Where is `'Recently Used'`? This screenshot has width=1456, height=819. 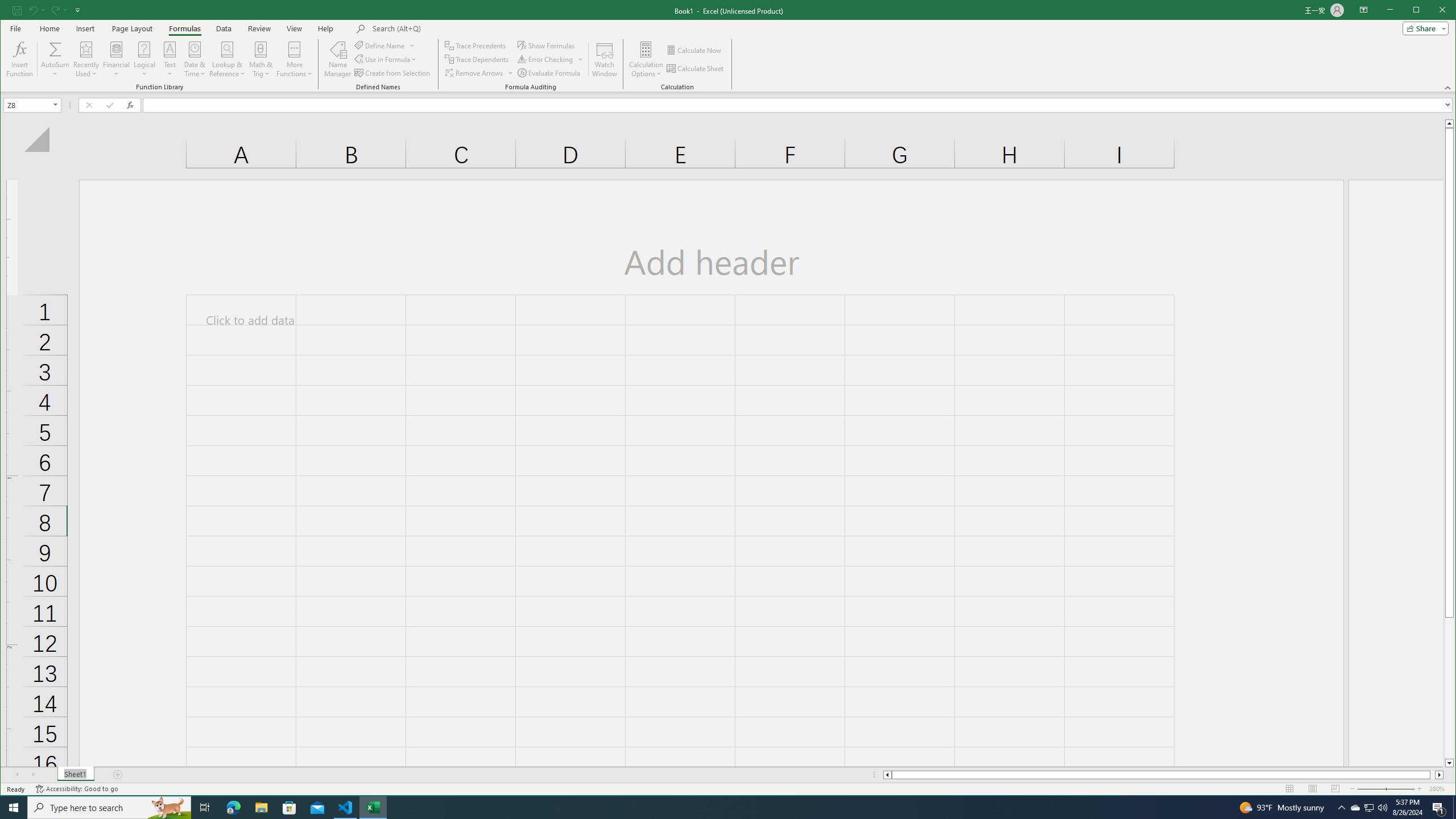 'Recently Used' is located at coordinates (86, 59).